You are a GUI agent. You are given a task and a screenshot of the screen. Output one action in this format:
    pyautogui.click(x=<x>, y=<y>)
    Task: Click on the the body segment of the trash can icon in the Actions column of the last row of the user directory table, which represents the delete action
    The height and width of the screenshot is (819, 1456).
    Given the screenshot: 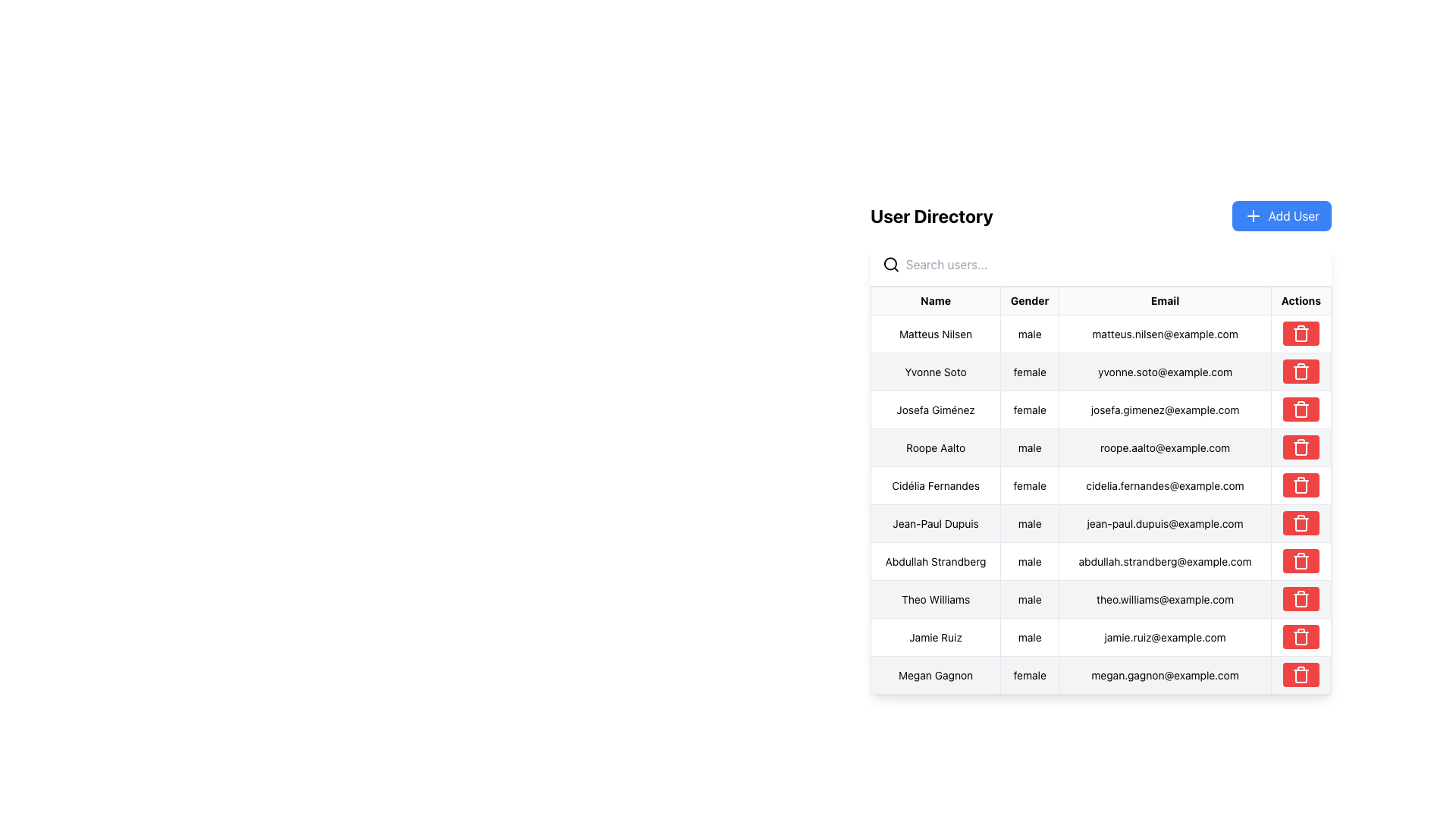 What is the action you would take?
    pyautogui.click(x=1300, y=599)
    